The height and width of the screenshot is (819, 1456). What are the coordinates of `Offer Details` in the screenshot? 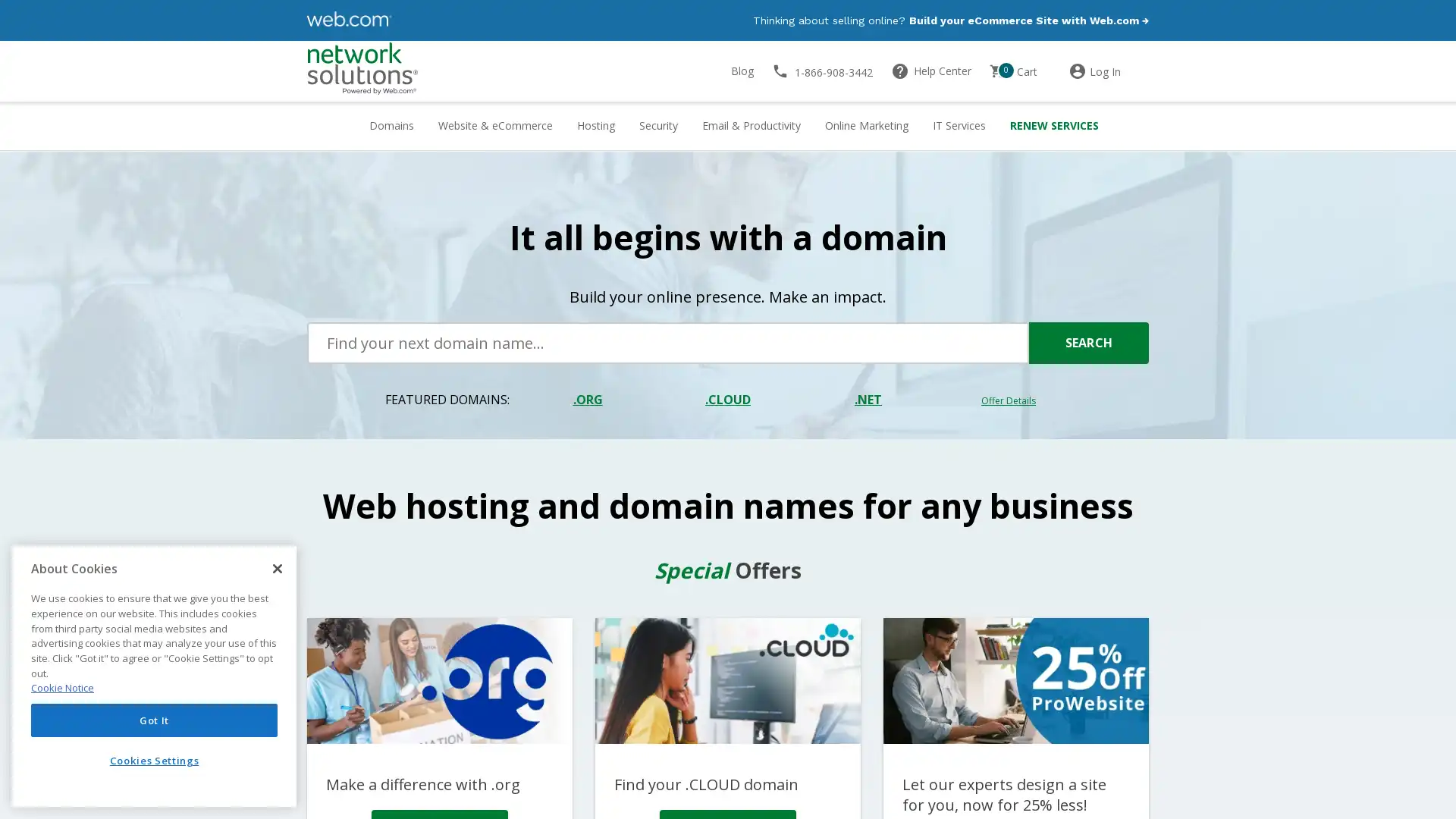 It's located at (1008, 400).